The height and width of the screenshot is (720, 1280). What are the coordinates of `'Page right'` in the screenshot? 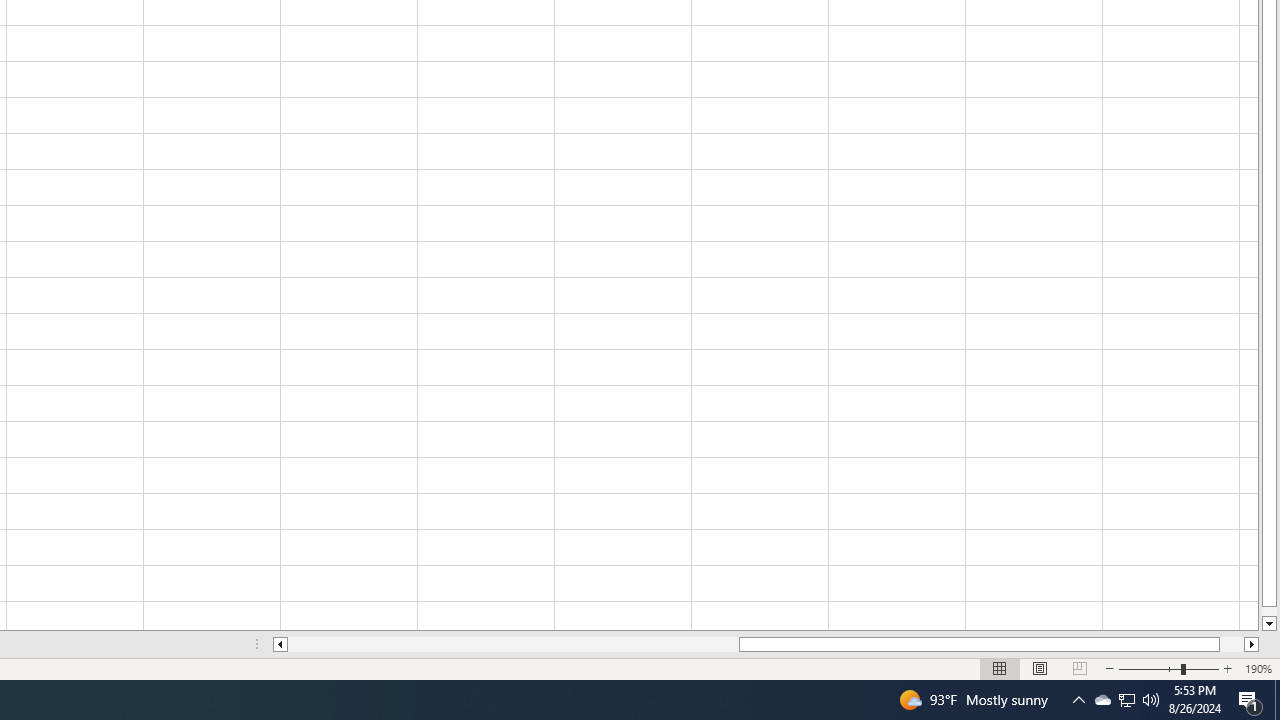 It's located at (1231, 644).